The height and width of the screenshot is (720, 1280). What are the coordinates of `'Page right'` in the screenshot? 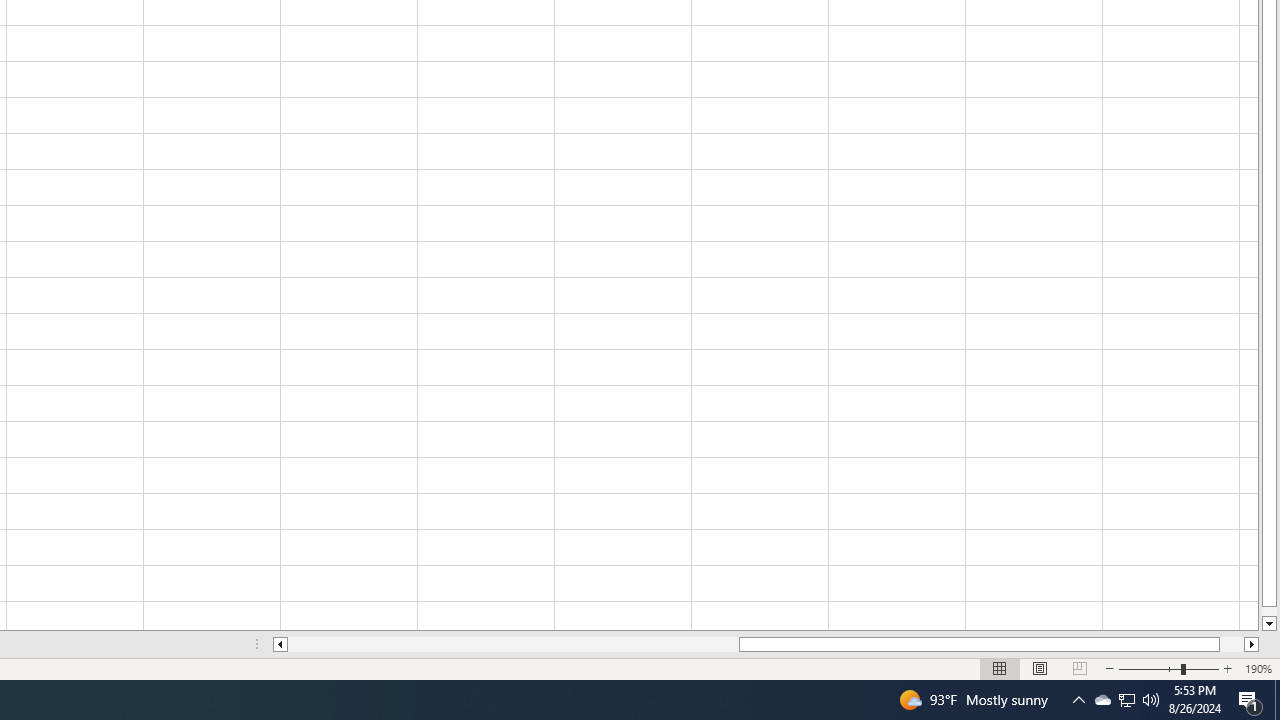 It's located at (1231, 644).